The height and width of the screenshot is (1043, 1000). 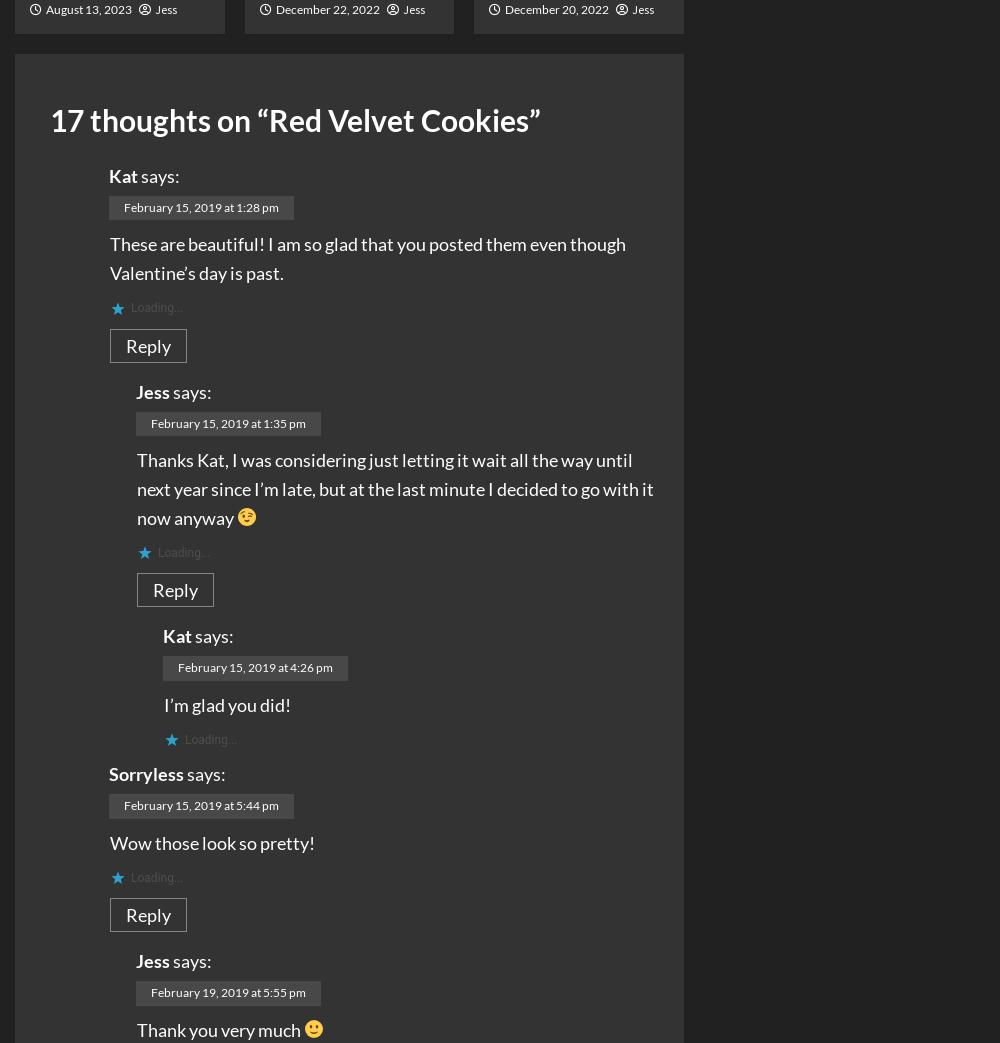 I want to click on 'December 22, 2022', so click(x=275, y=7).